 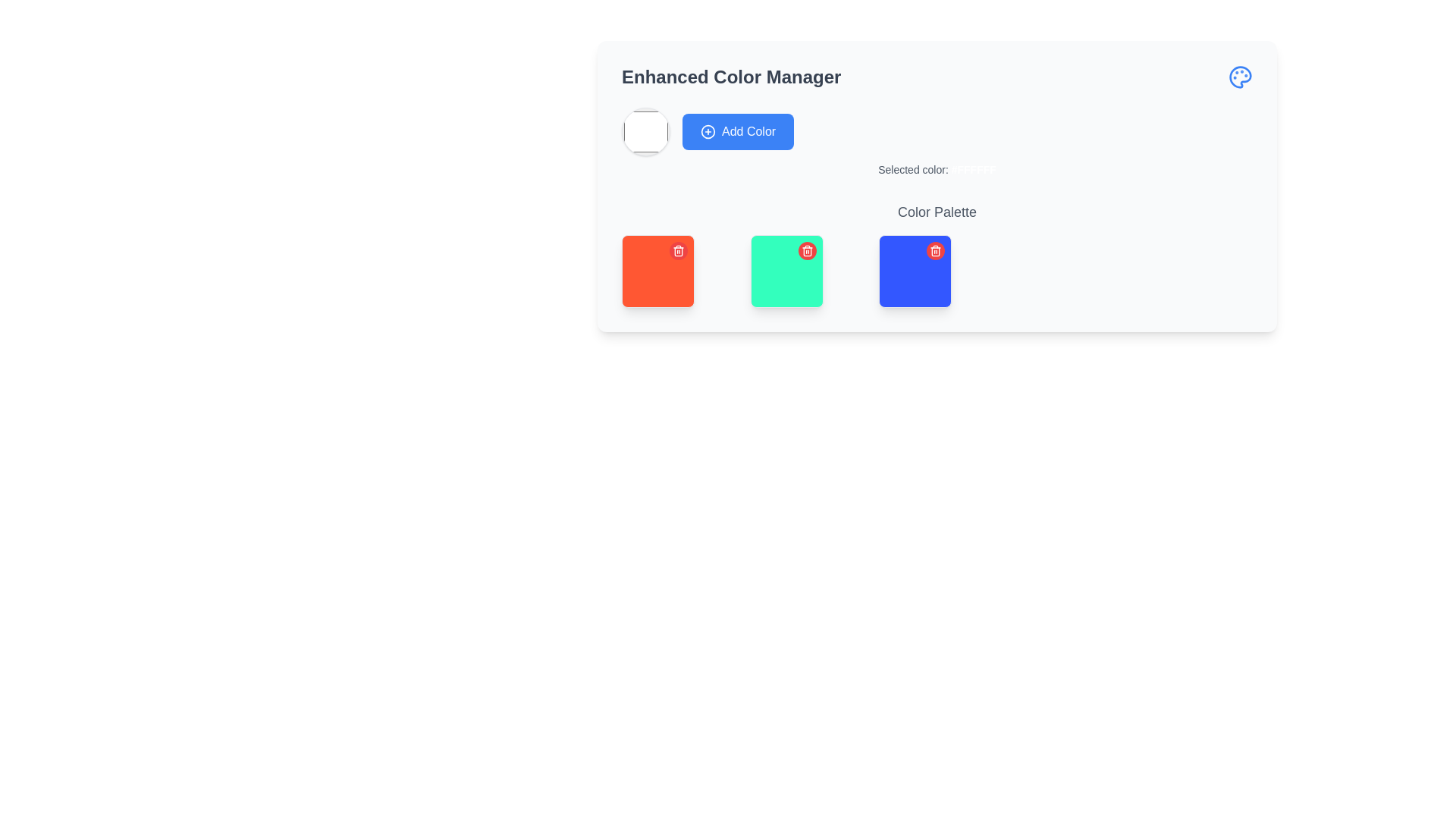 What do you see at coordinates (708, 130) in the screenshot?
I see `the decorative circle element that is part of the SVG icon, located near the 'Add Color' button` at bounding box center [708, 130].